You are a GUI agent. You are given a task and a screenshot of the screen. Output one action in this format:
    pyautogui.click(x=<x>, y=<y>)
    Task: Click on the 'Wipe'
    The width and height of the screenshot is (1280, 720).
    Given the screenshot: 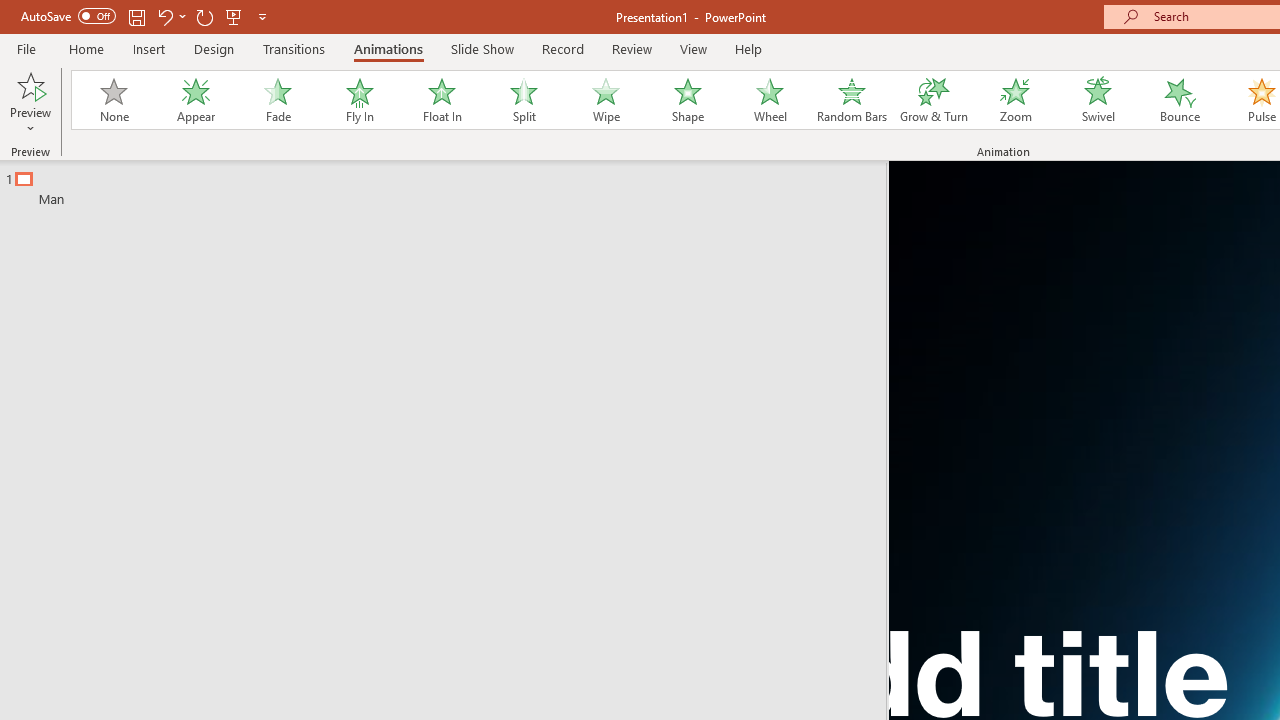 What is the action you would take?
    pyautogui.click(x=604, y=100)
    